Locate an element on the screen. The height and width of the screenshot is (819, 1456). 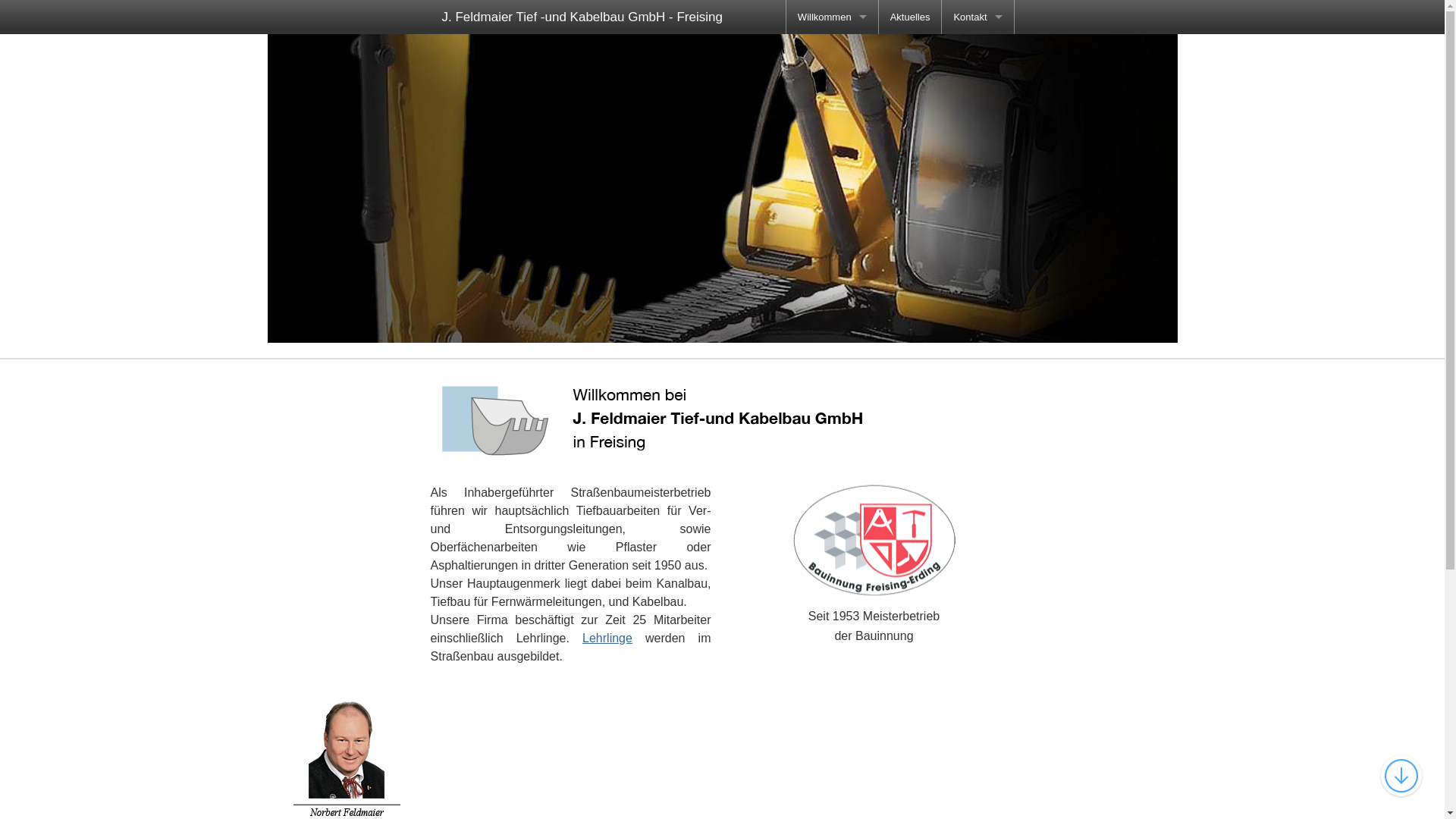
'Zertifikate' is located at coordinates (831, 85).